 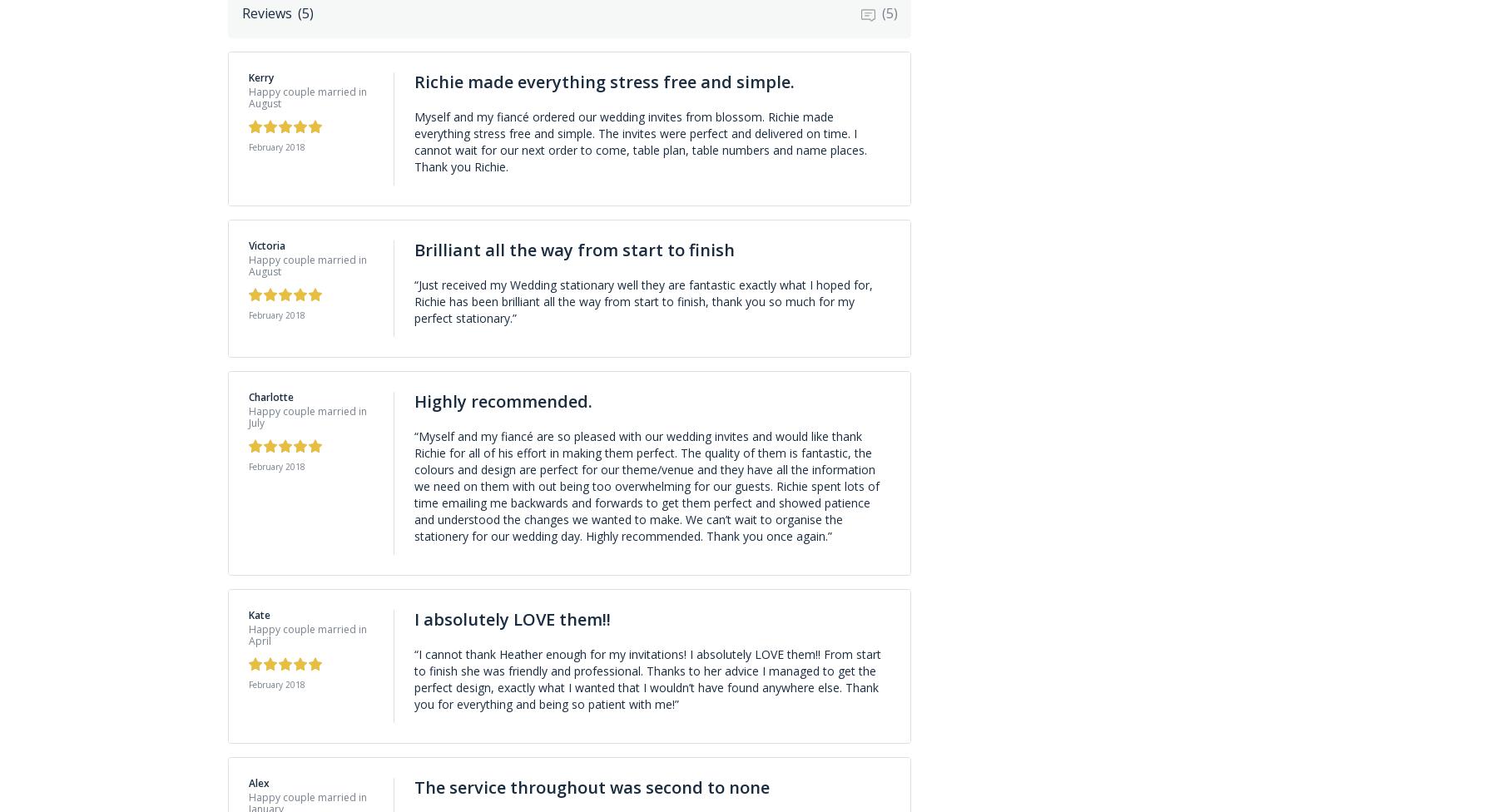 What do you see at coordinates (413, 485) in the screenshot?
I see `'“Myself and my fiancé are so pleased with our wedding invites and would like thank Richie for all of his effort in making them perfect. The quality of them is fantastic, the colours and design are perfect for our theme/venue and they have all the information we need on them with out being too overwhelming for our guests. Richie spent lots of time emailing me backwards and forwards to get them perfect and showed patience and understood the changes we wanted to make. We can’t wait to organise the stationery for our wedding day. Highly recommended. Thank you once again.”'` at bounding box center [413, 485].